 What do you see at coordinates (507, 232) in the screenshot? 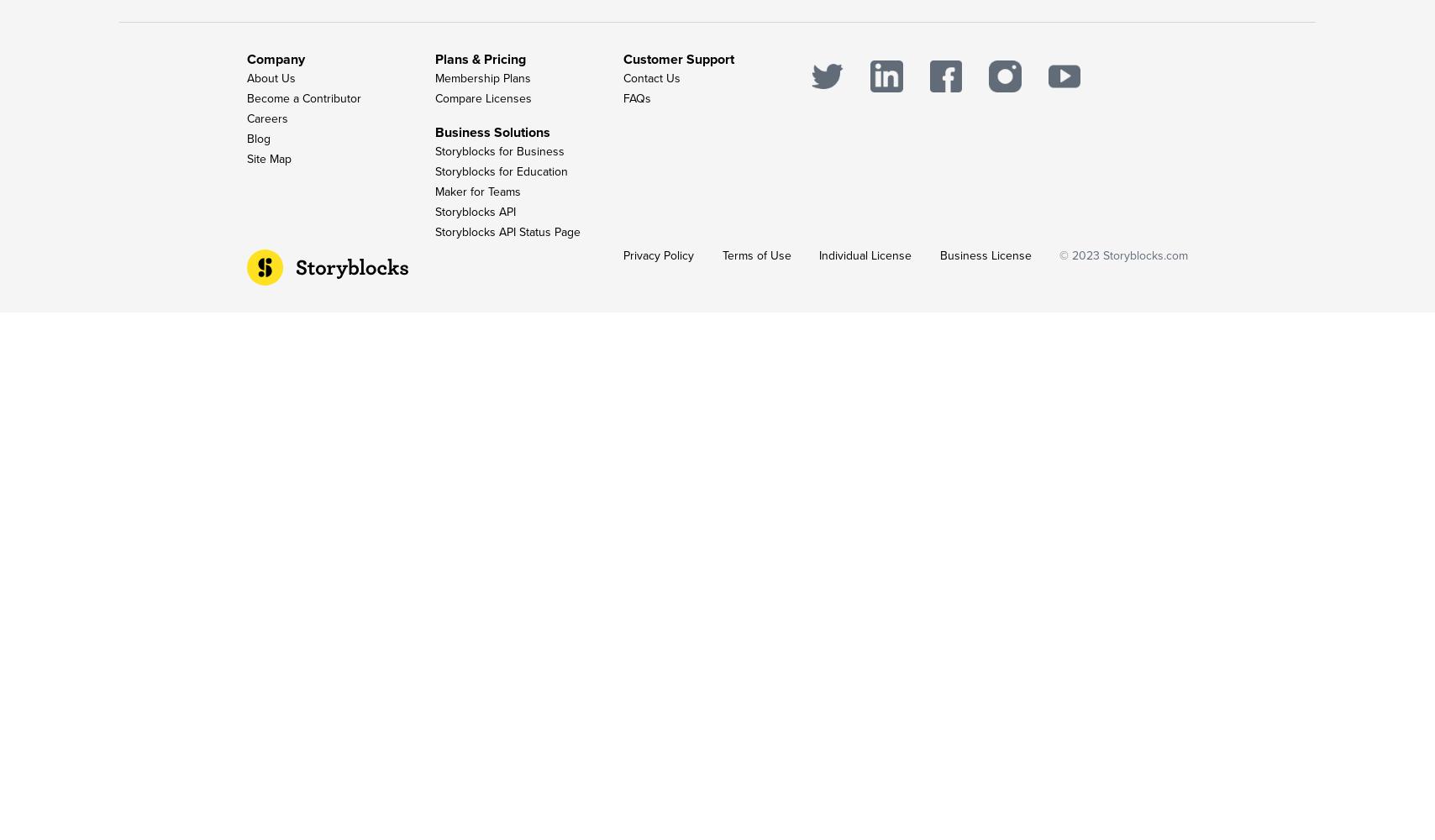
I see `'Storyblocks API Status Page'` at bounding box center [507, 232].